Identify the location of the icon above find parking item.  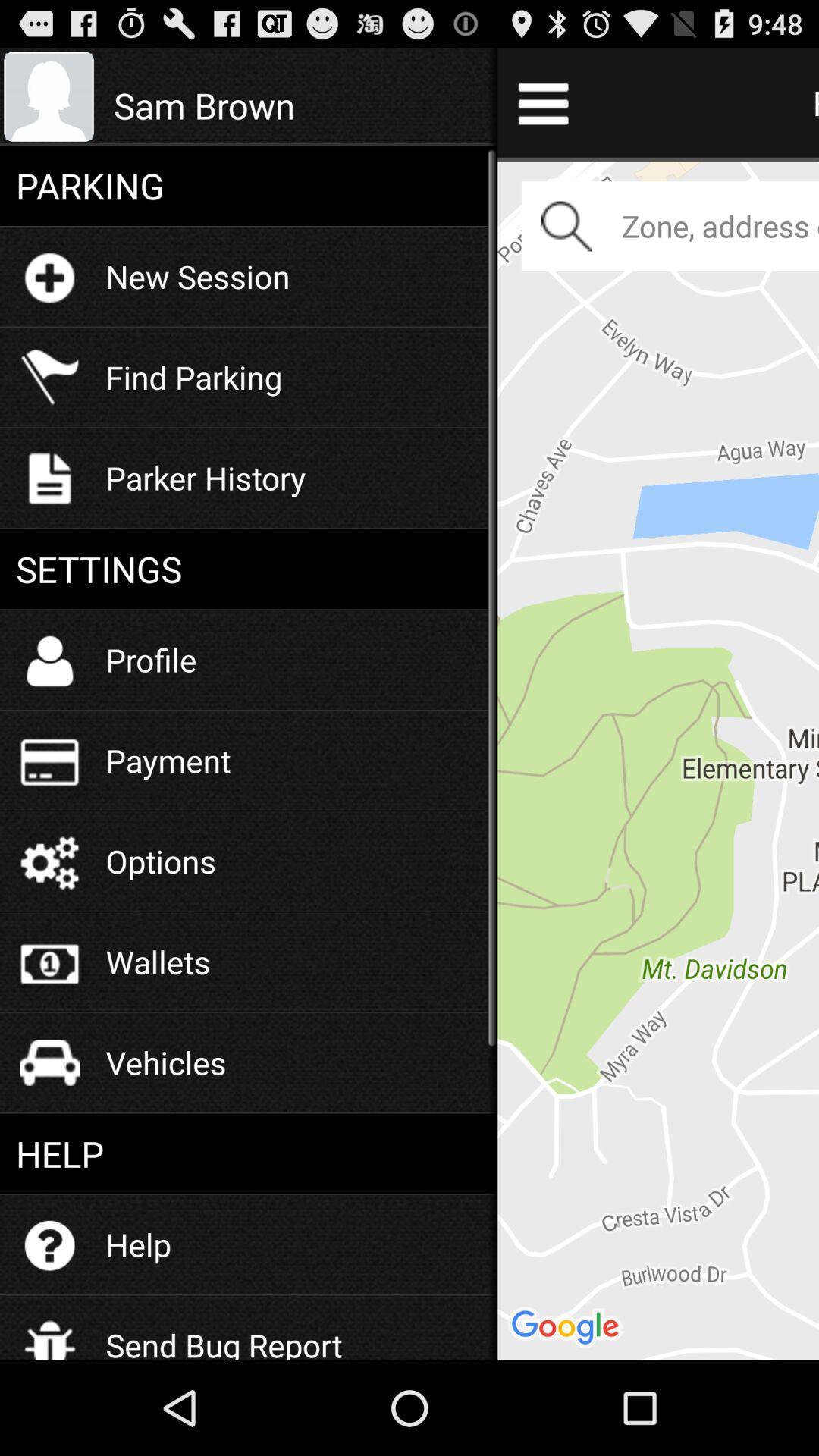
(197, 276).